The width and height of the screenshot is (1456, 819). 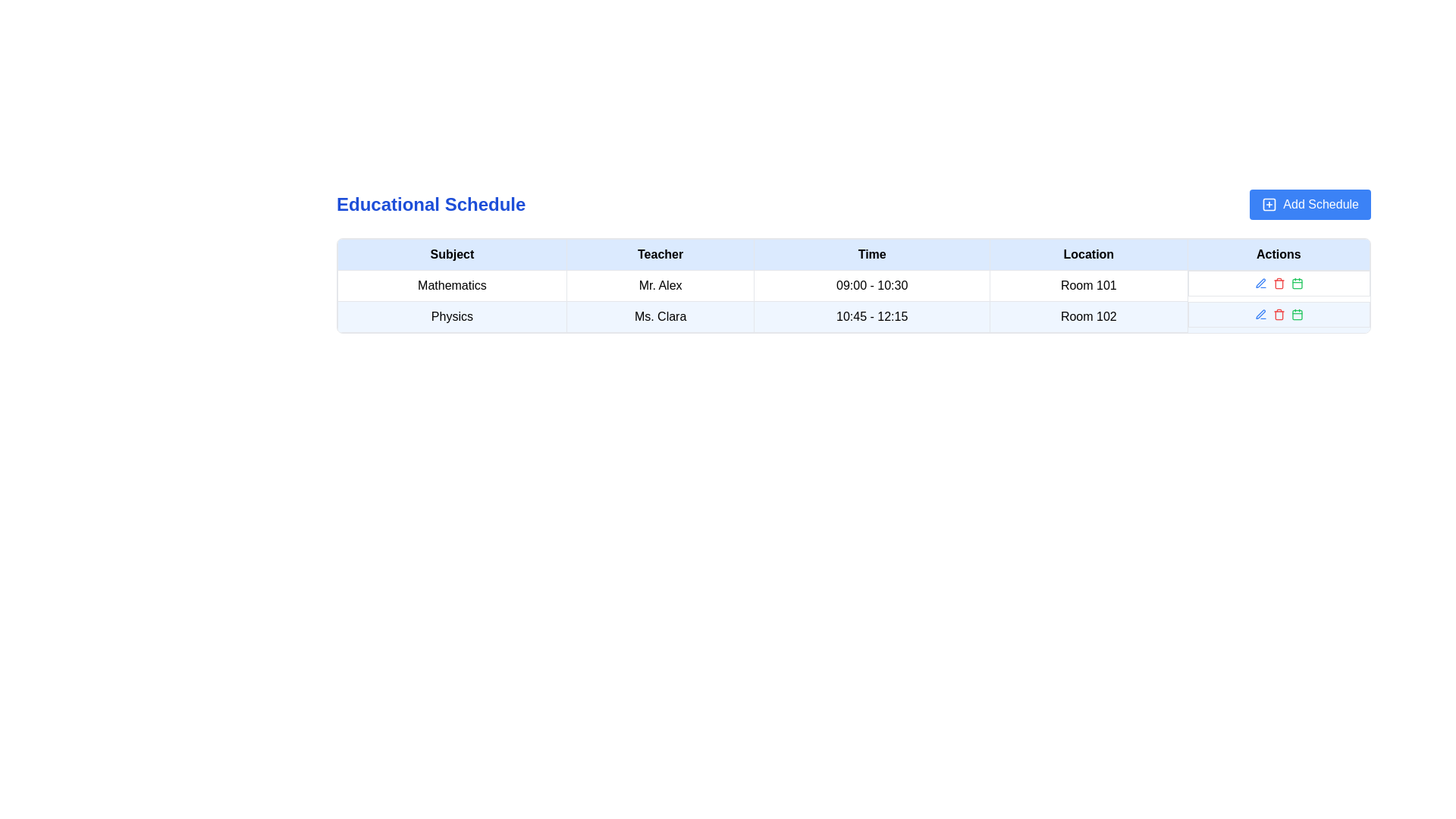 What do you see at coordinates (854, 253) in the screenshot?
I see `the 'Time' column header cell to sort the table by time` at bounding box center [854, 253].